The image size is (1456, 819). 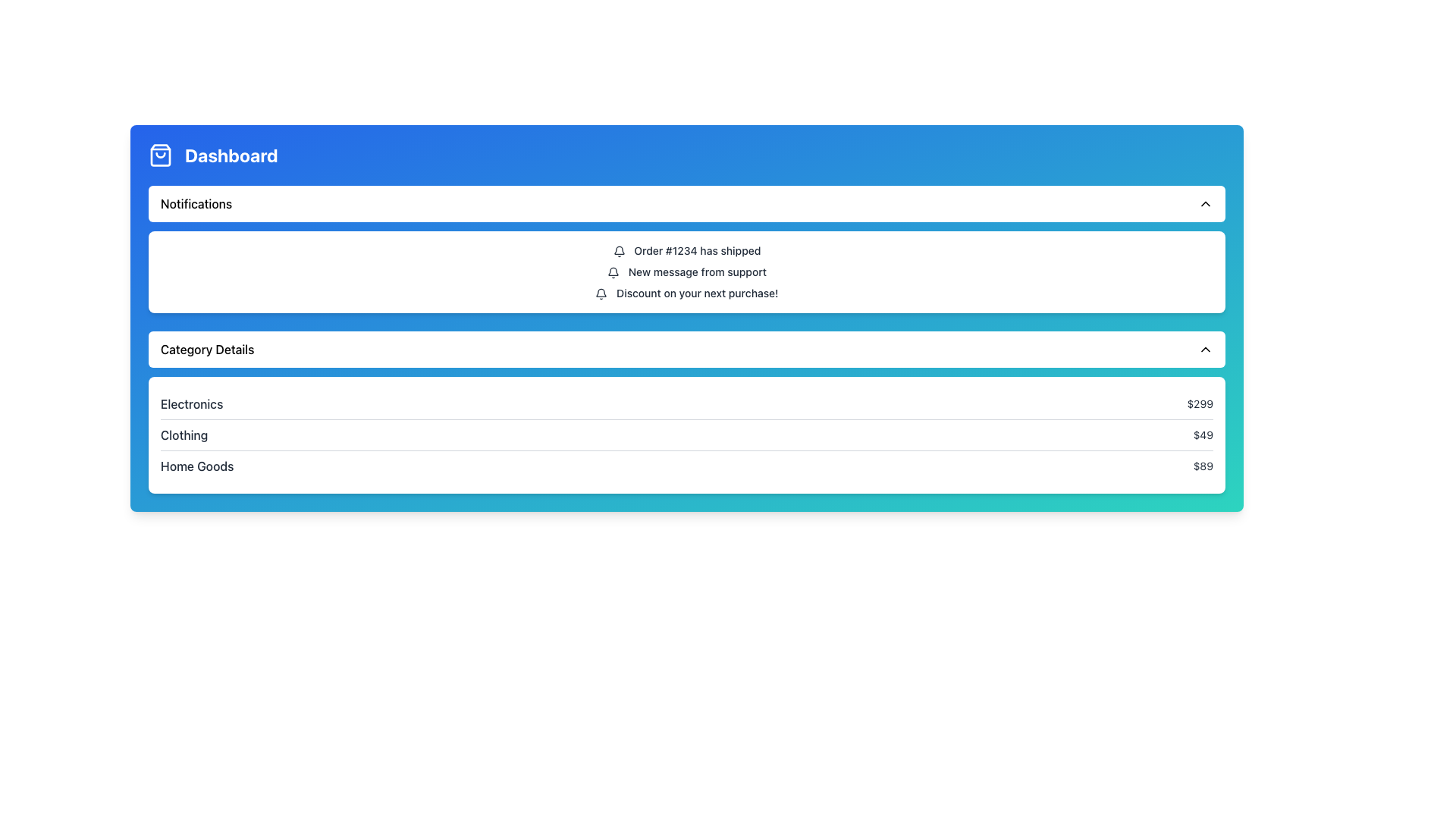 What do you see at coordinates (686, 250) in the screenshot?
I see `the Static Text notification that informs the user about the shipment of order '#1234', located under the 'Notifications' header` at bounding box center [686, 250].